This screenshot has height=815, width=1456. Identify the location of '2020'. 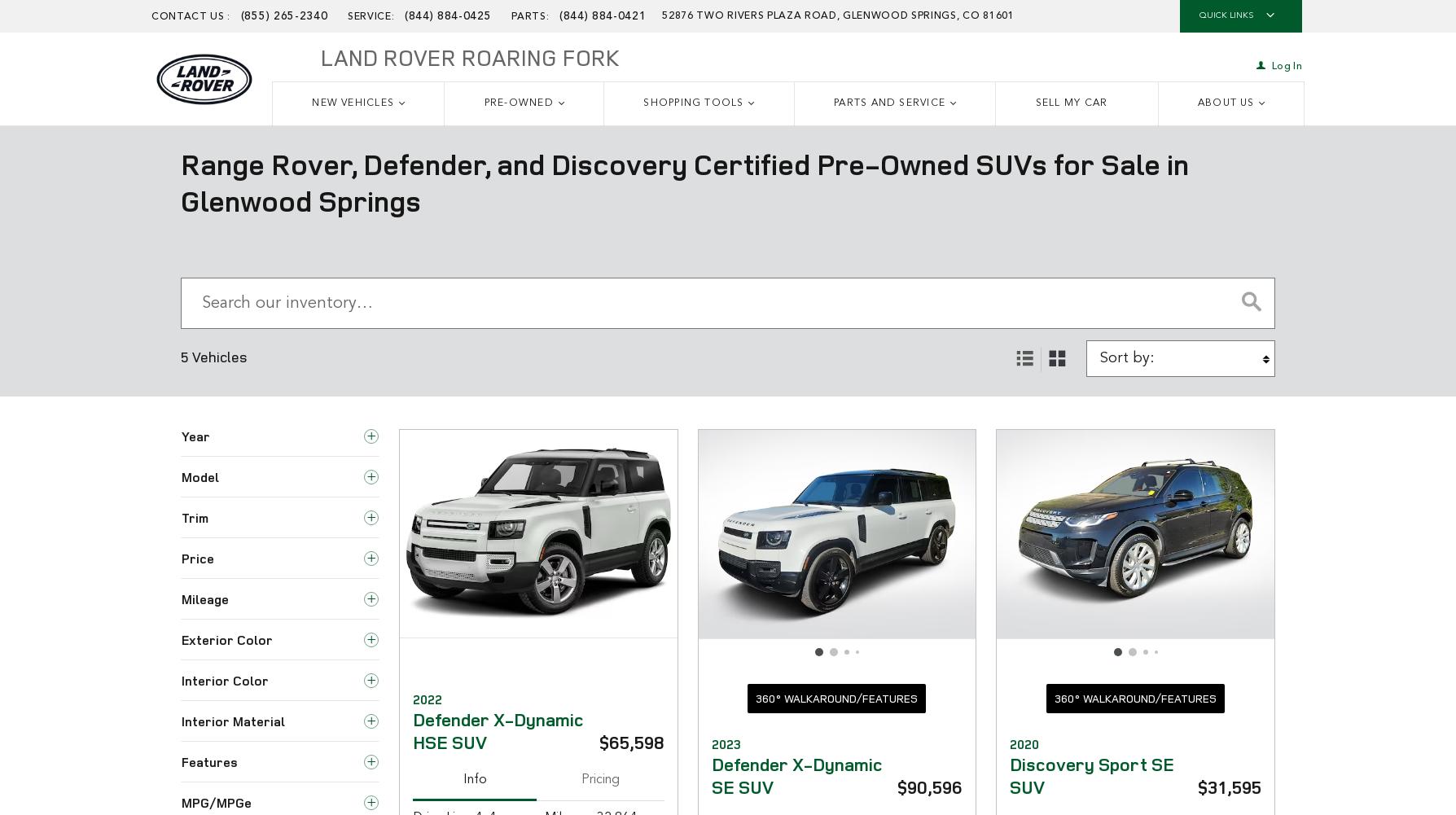
(1024, 744).